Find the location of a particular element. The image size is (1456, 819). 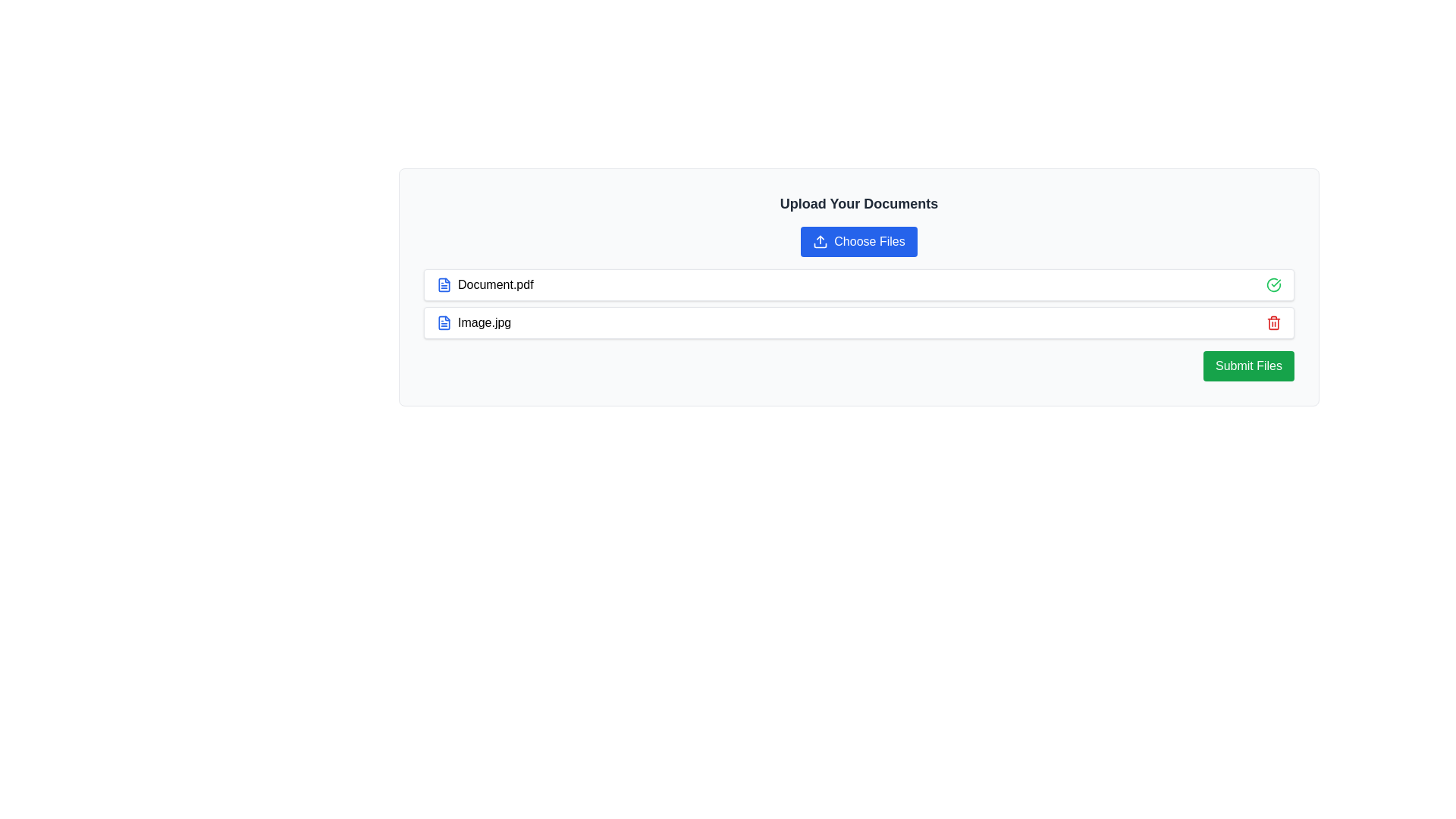

the green circular check icon located on the far right side of the list item labeled 'Document.pdf' is located at coordinates (1274, 284).